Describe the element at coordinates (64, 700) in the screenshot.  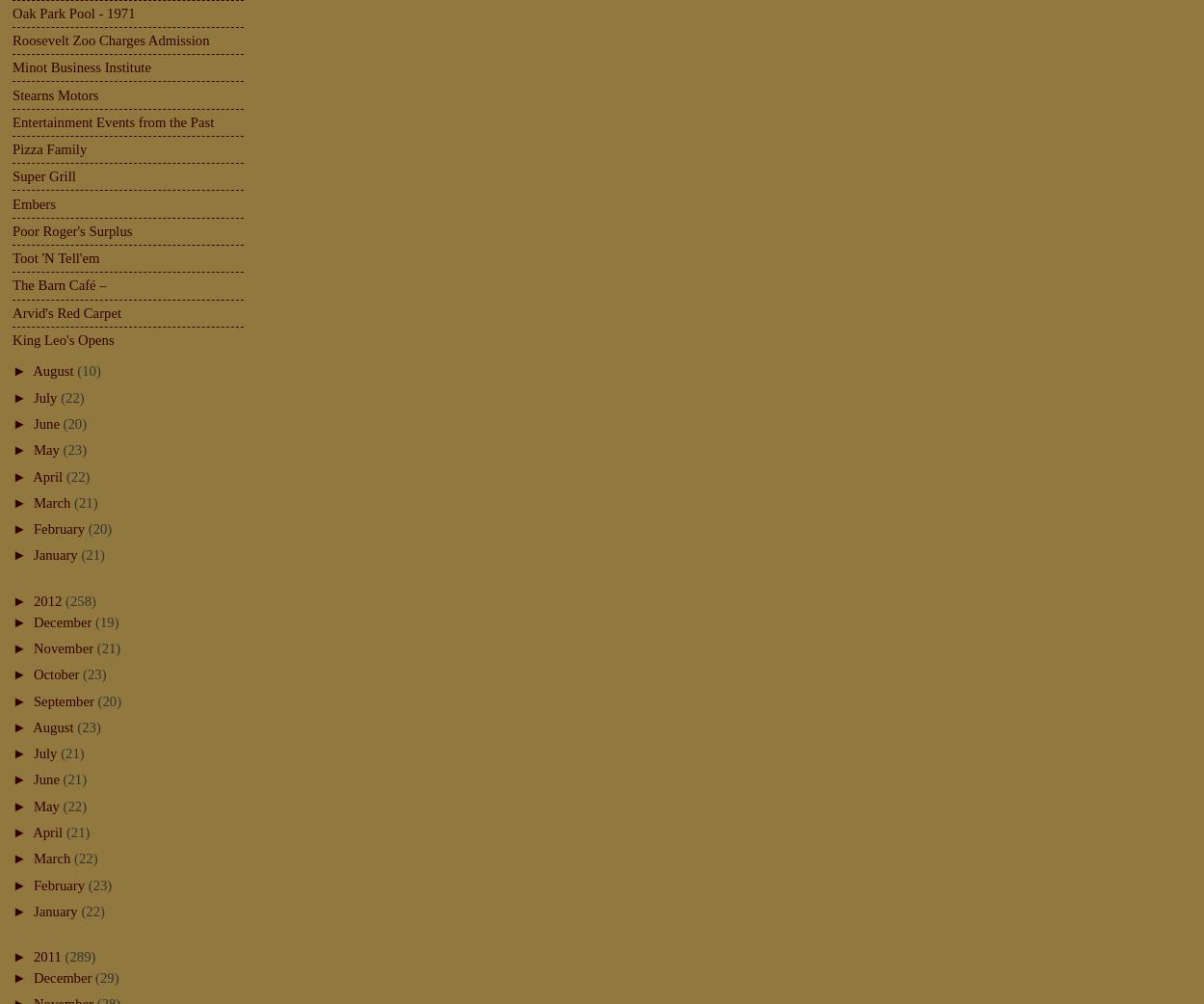
I see `'September'` at that location.